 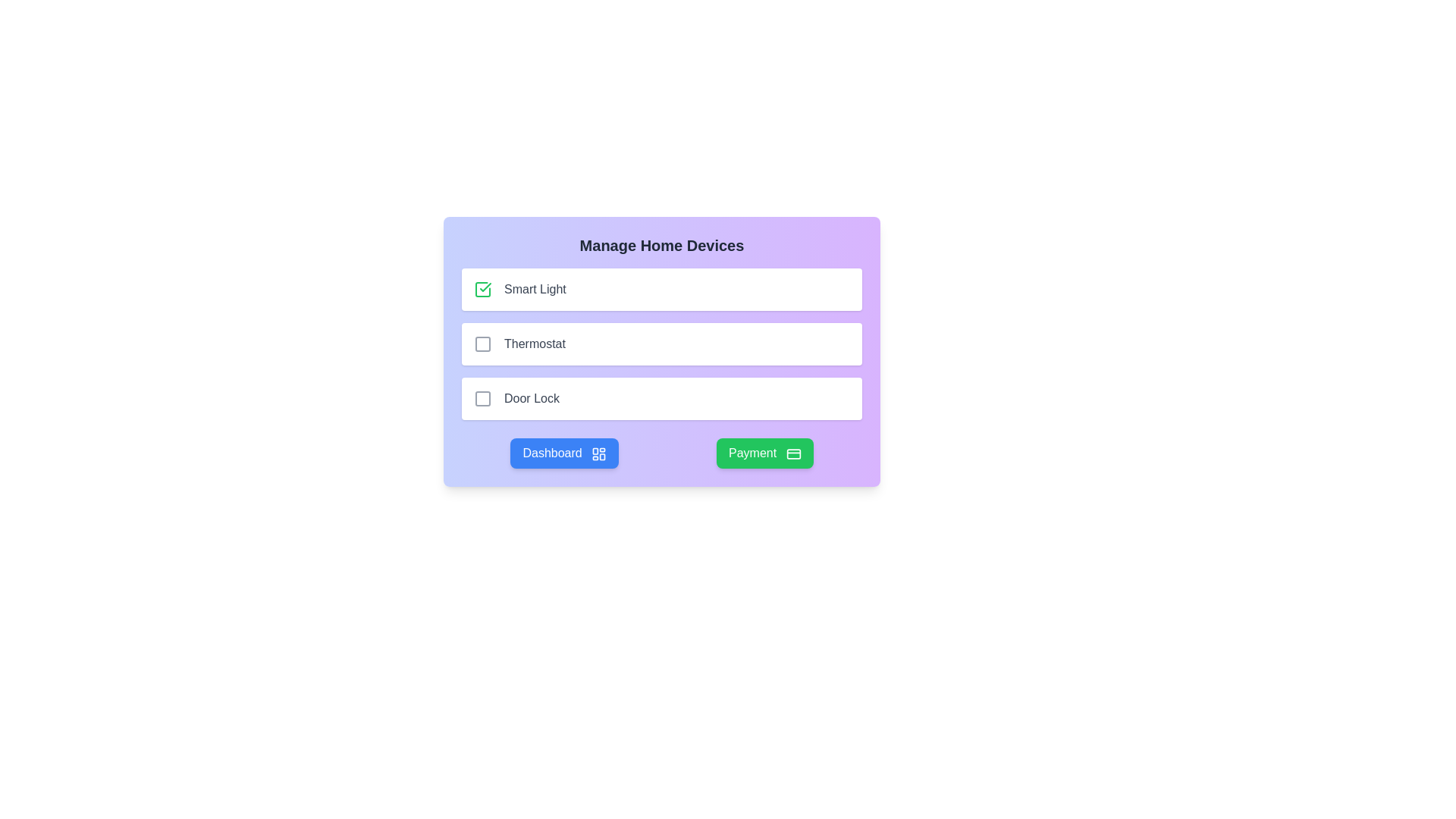 What do you see at coordinates (535, 289) in the screenshot?
I see `text label describing the 'Smart Light' list item, which is positioned to the right of a checkbox within the topmost card of the list` at bounding box center [535, 289].